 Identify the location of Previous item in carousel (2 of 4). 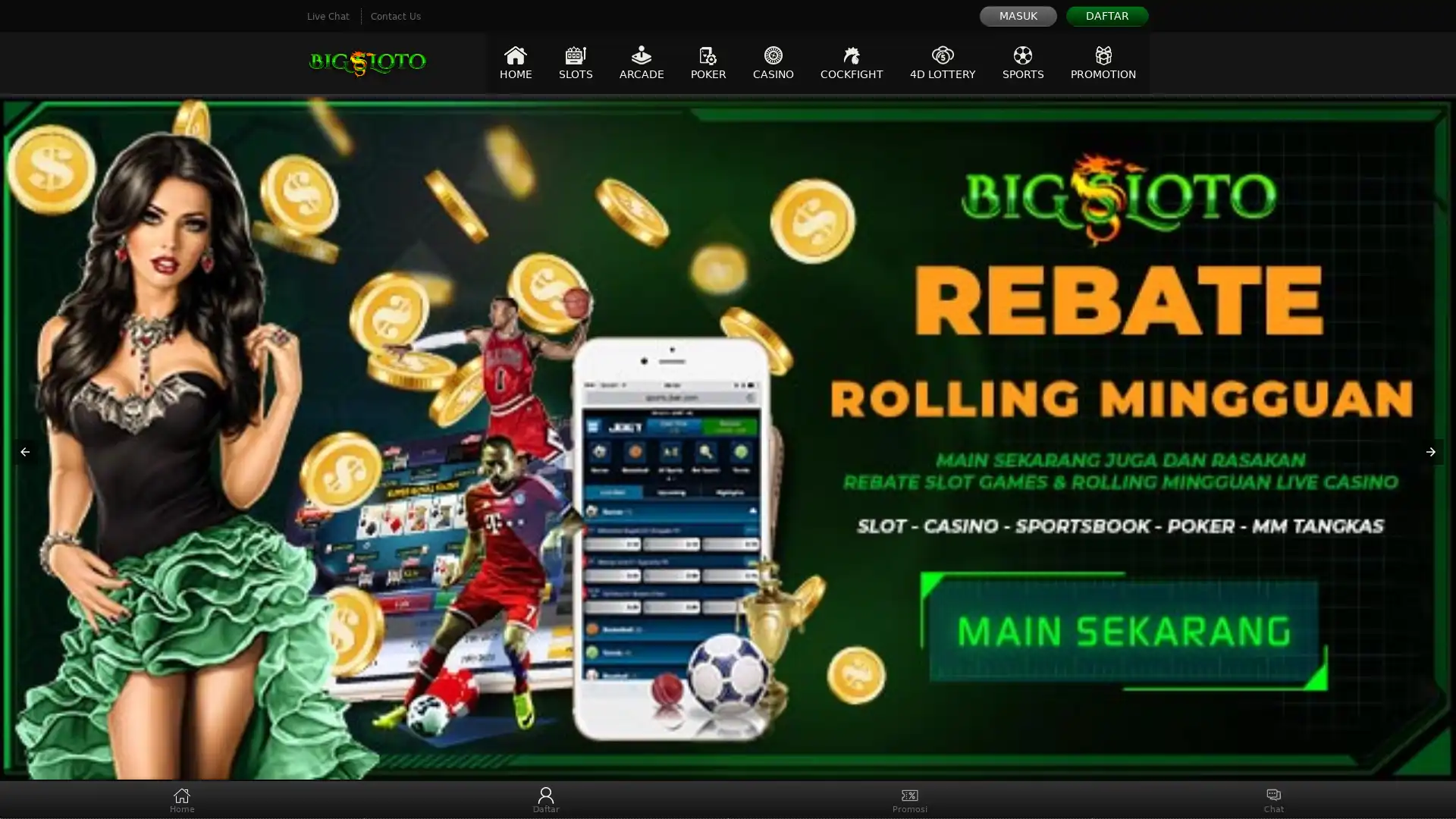
(25, 452).